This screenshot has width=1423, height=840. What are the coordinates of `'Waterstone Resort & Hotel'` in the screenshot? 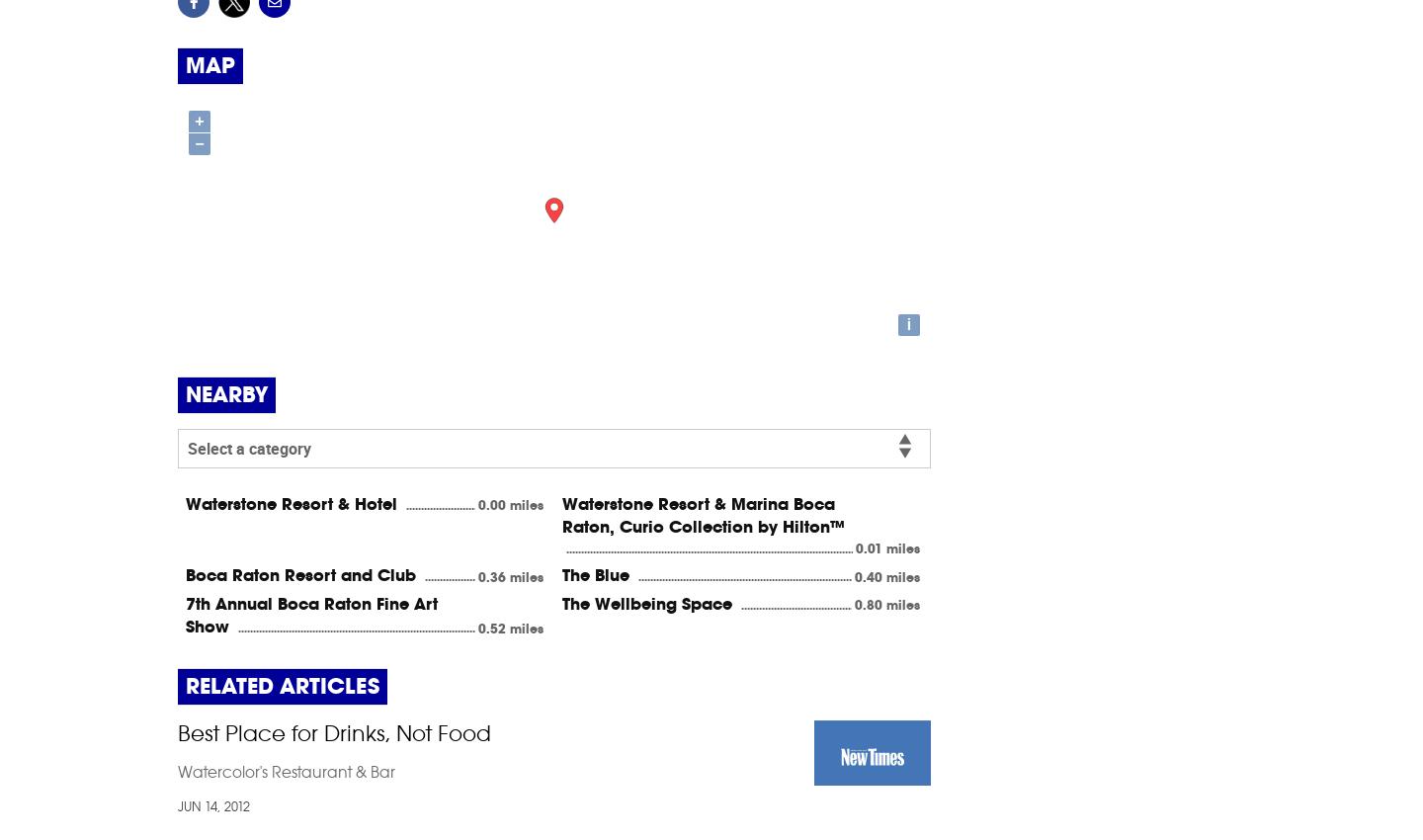 It's located at (293, 502).